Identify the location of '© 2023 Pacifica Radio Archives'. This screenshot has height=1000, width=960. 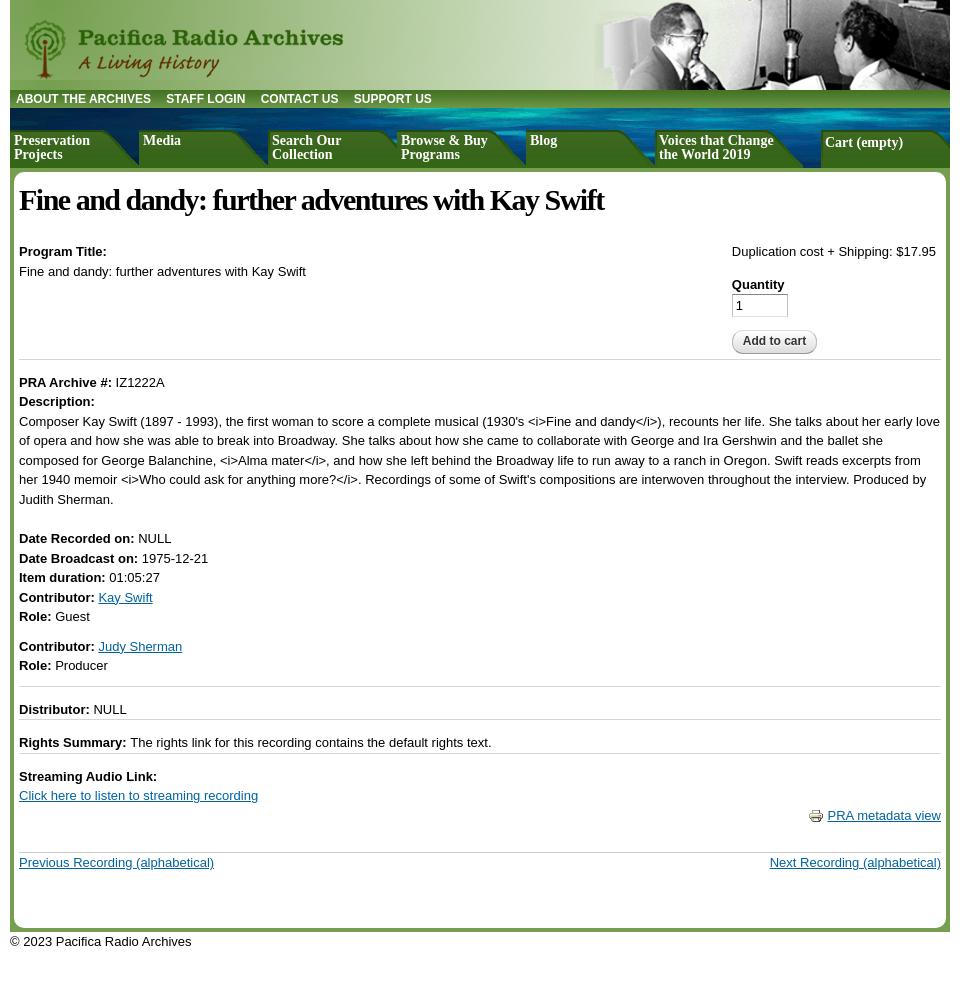
(100, 939).